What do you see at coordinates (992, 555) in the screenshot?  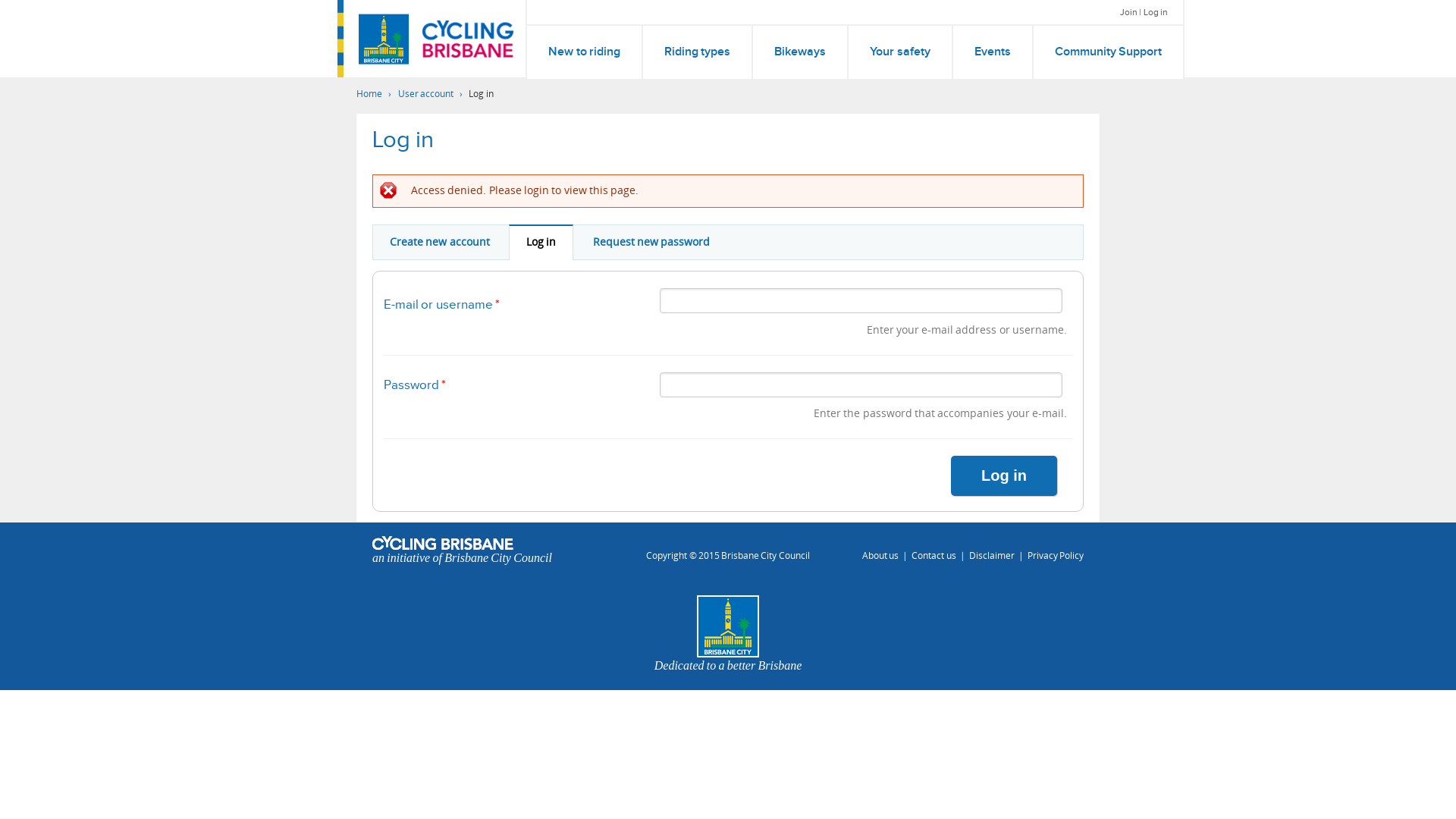 I see `'Disclaimer'` at bounding box center [992, 555].